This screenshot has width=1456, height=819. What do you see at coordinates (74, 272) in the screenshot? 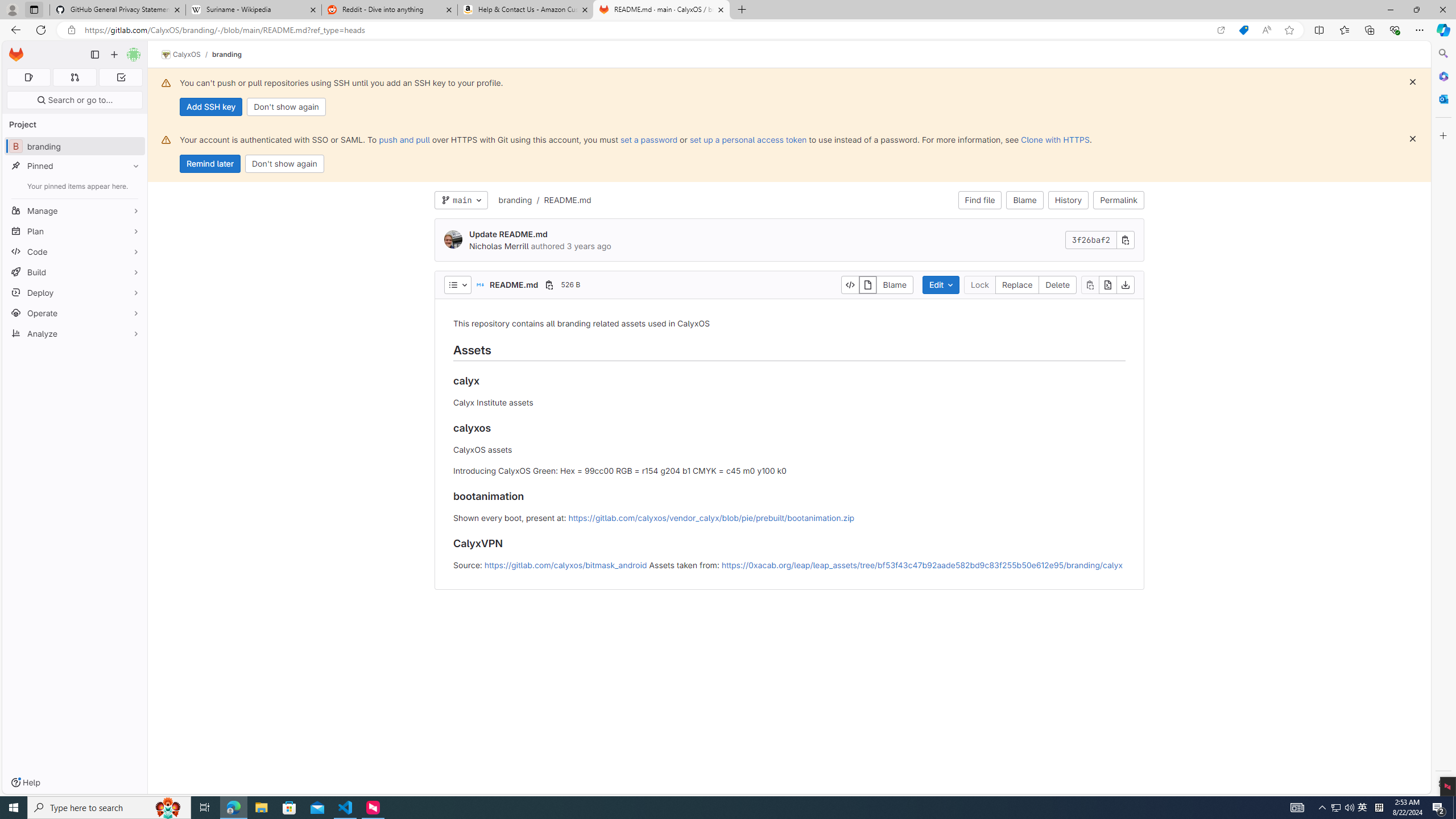
I see `'Build'` at bounding box center [74, 272].